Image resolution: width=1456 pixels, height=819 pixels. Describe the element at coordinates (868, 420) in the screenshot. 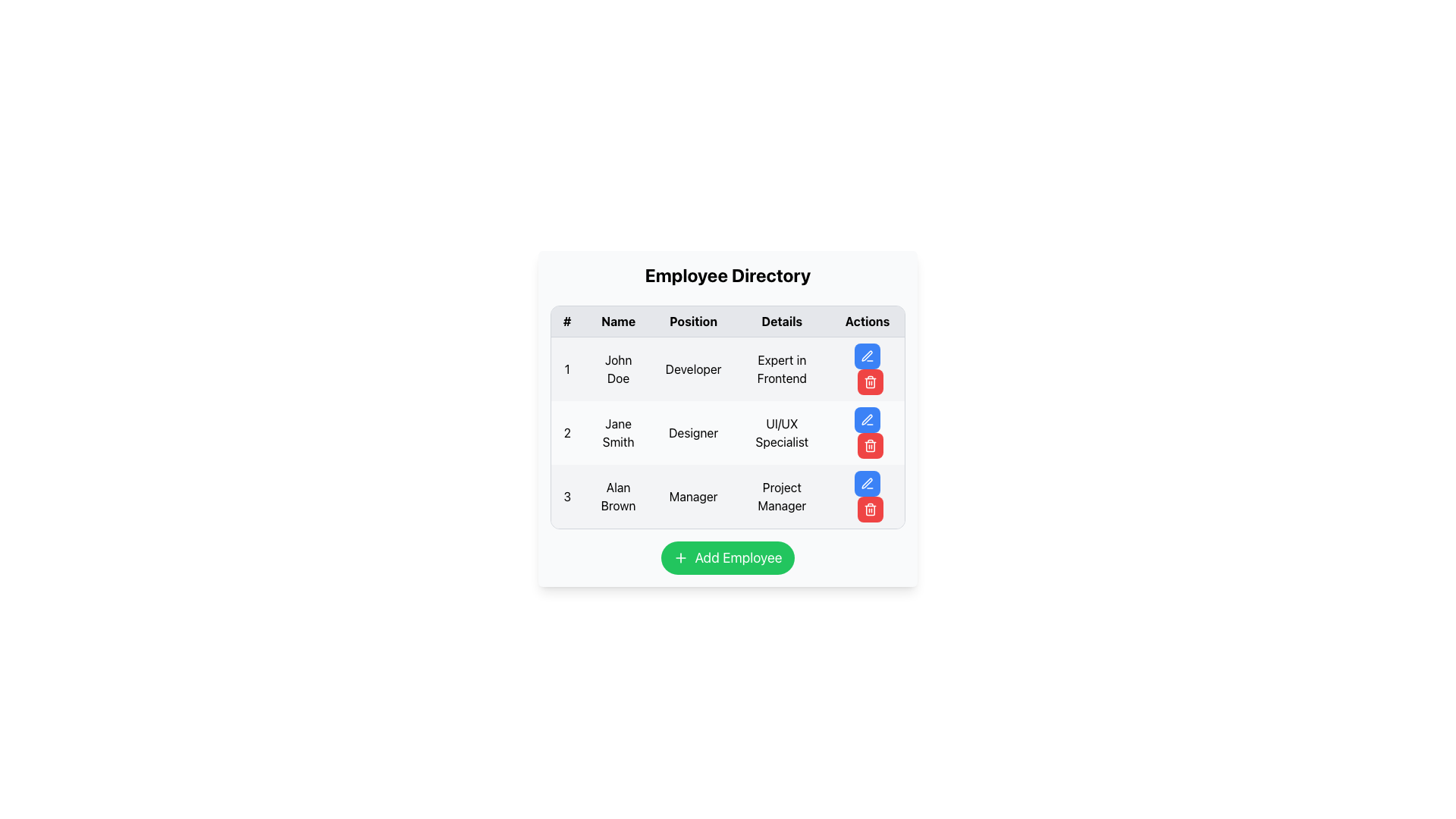

I see `the blue button with a white pen icon in the 'Actions' column for 'Jane Smith' in the 'Employee Directory' table` at that location.